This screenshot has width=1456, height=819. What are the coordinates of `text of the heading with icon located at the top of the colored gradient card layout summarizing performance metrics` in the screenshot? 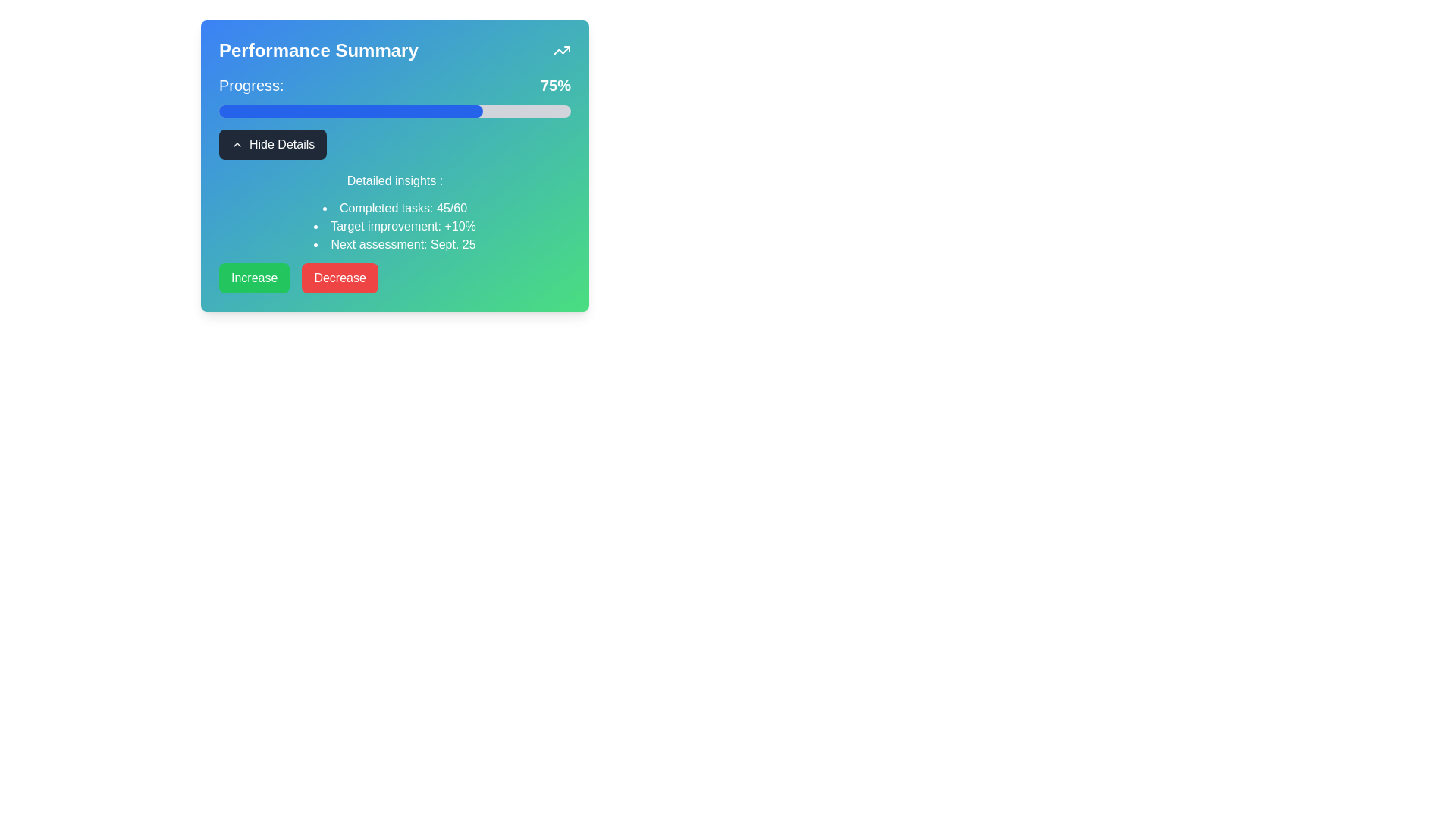 It's located at (395, 49).